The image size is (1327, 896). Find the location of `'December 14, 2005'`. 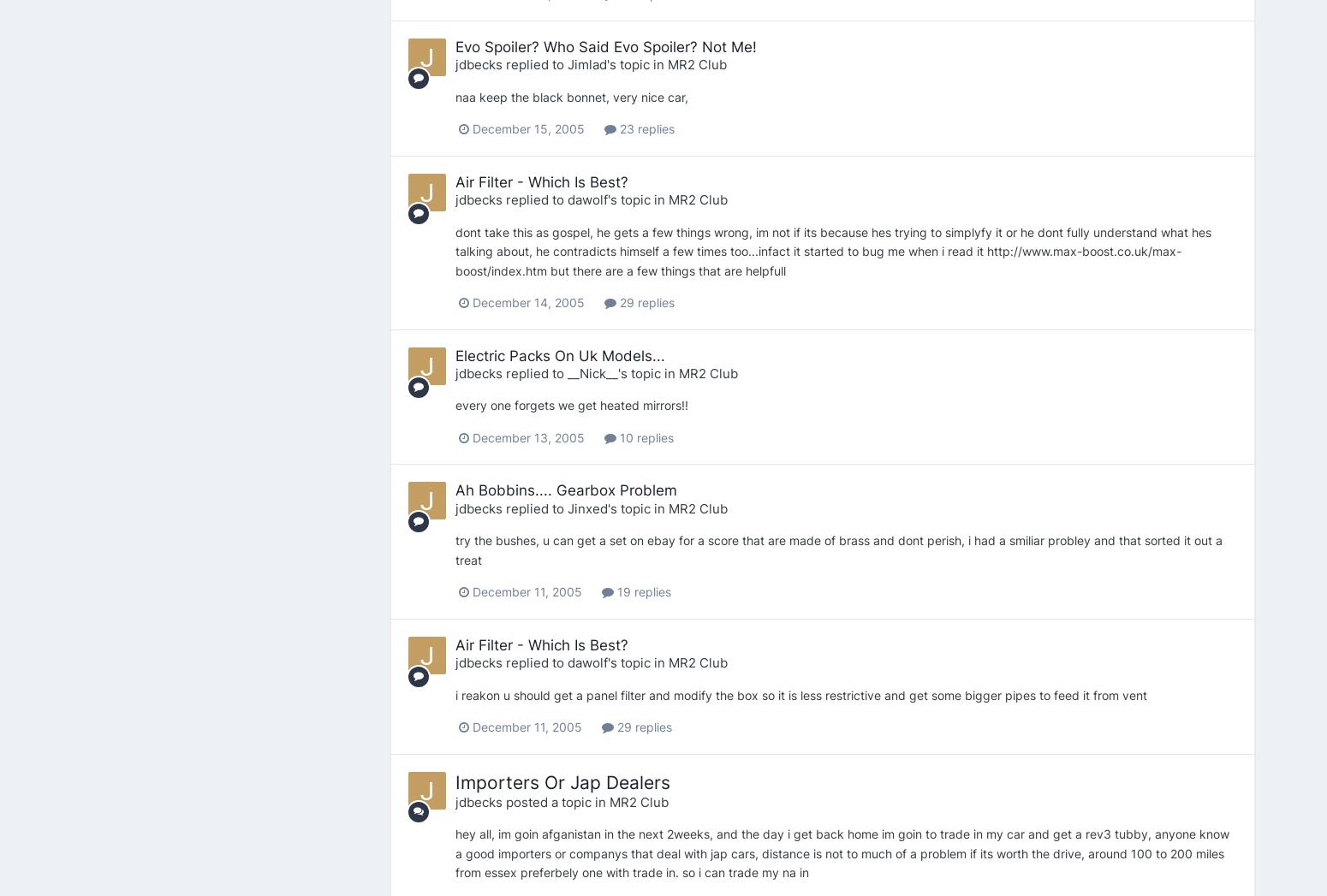

'December 14, 2005' is located at coordinates (527, 302).